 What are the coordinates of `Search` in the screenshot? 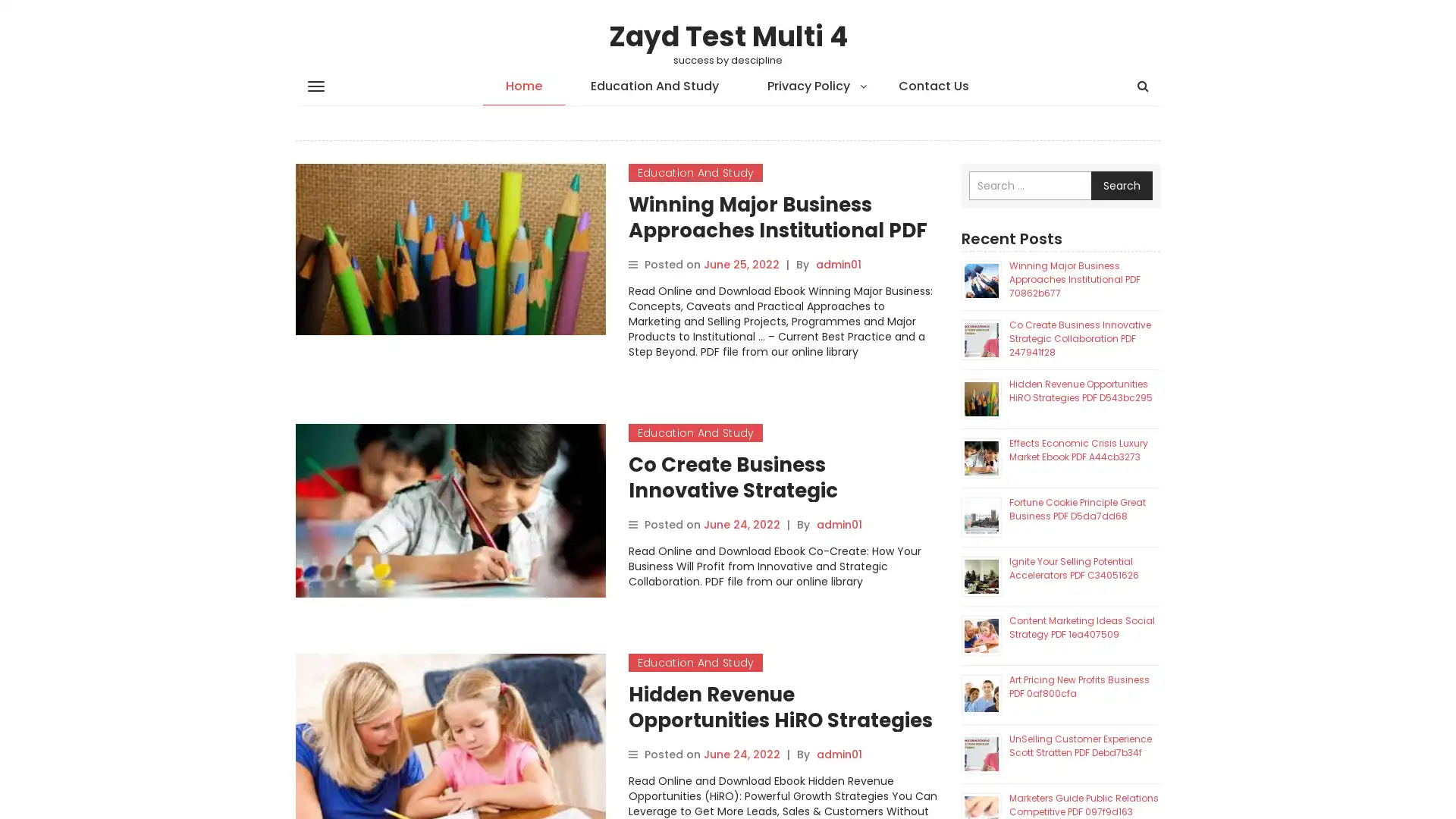 It's located at (1122, 185).